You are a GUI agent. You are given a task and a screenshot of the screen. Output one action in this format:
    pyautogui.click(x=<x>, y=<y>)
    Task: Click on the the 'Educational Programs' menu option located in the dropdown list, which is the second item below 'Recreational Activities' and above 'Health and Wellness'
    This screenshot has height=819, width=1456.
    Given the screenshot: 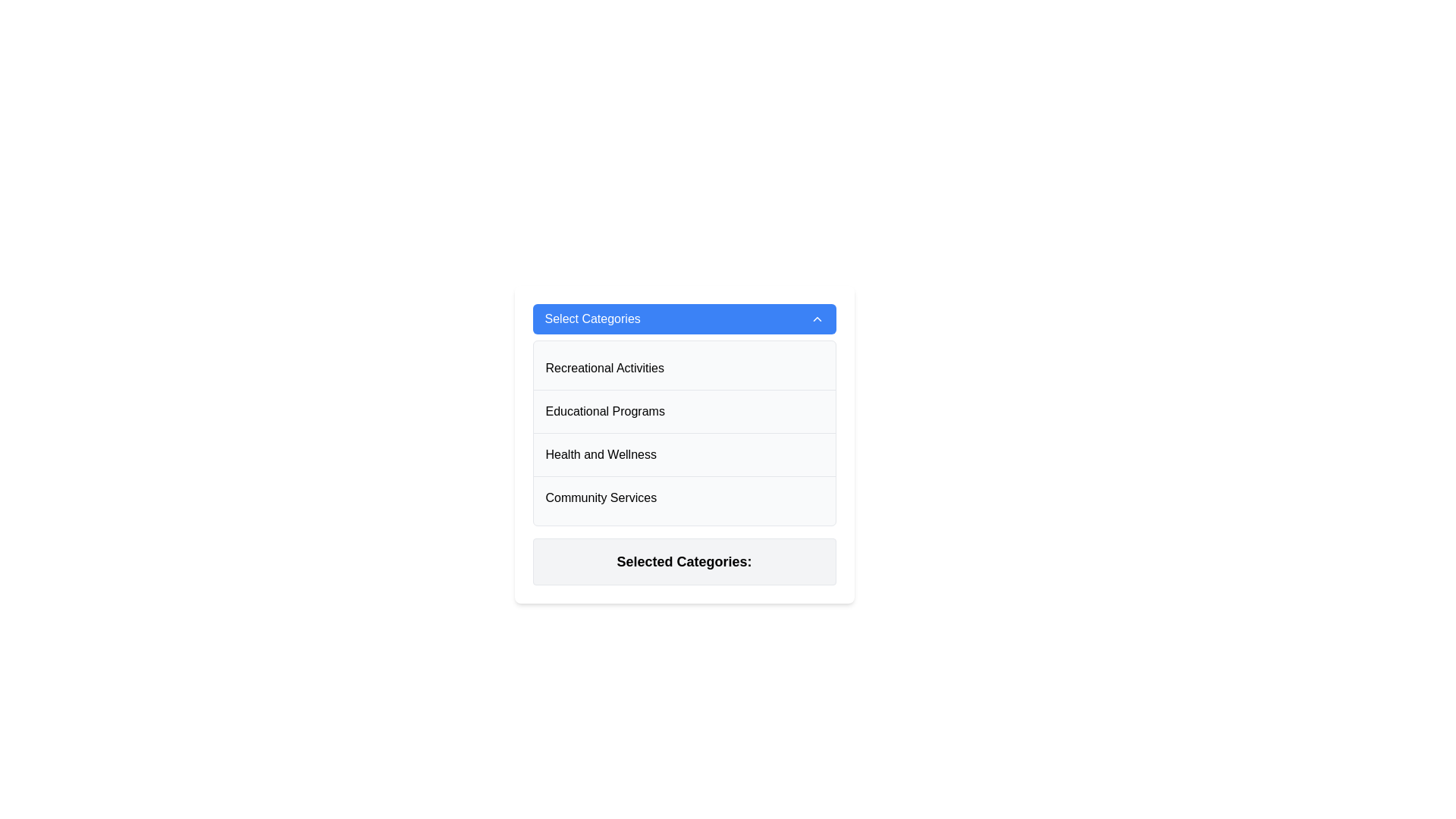 What is the action you would take?
    pyautogui.click(x=683, y=433)
    